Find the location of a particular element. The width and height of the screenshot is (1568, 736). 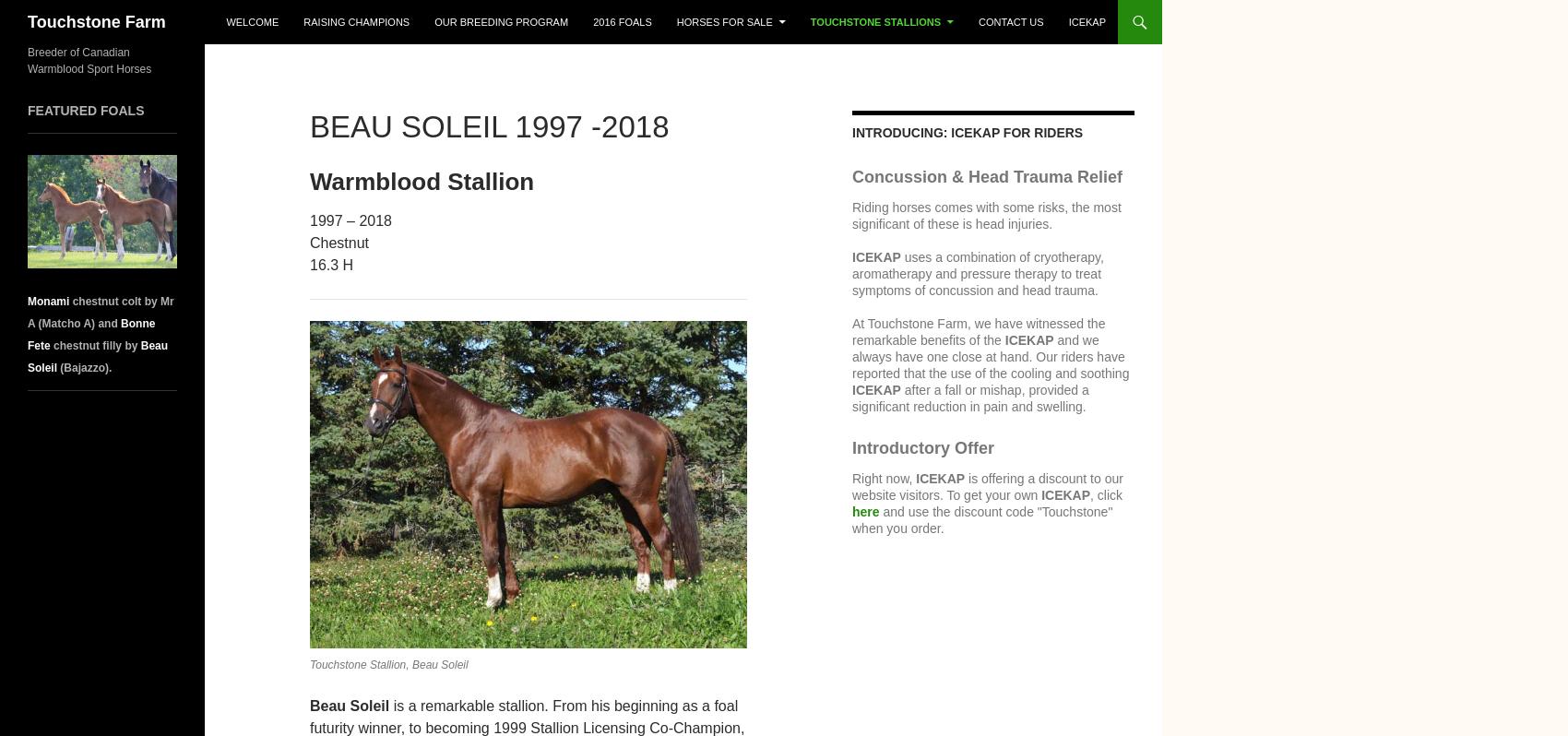

'uses a combination of cryotherapy, aromatherapy and pressure therapy to treat symptoms of concussion and head trauma.' is located at coordinates (976, 273).